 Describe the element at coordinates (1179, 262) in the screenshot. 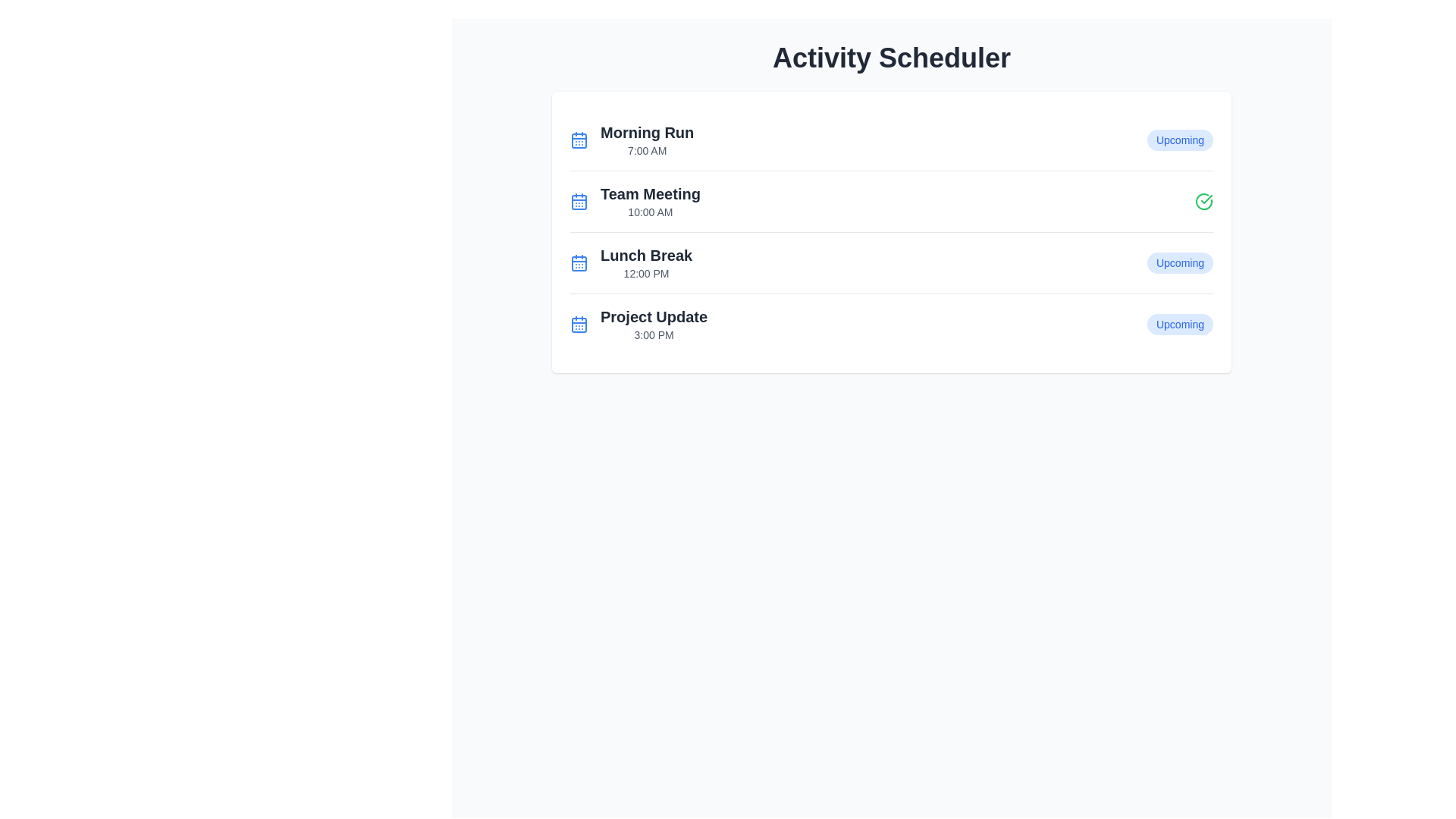

I see `the Status Badge indicating 'Lunch Break' scheduled for 12:00 PM, located to the far right of the row within the activity scheduler` at that location.